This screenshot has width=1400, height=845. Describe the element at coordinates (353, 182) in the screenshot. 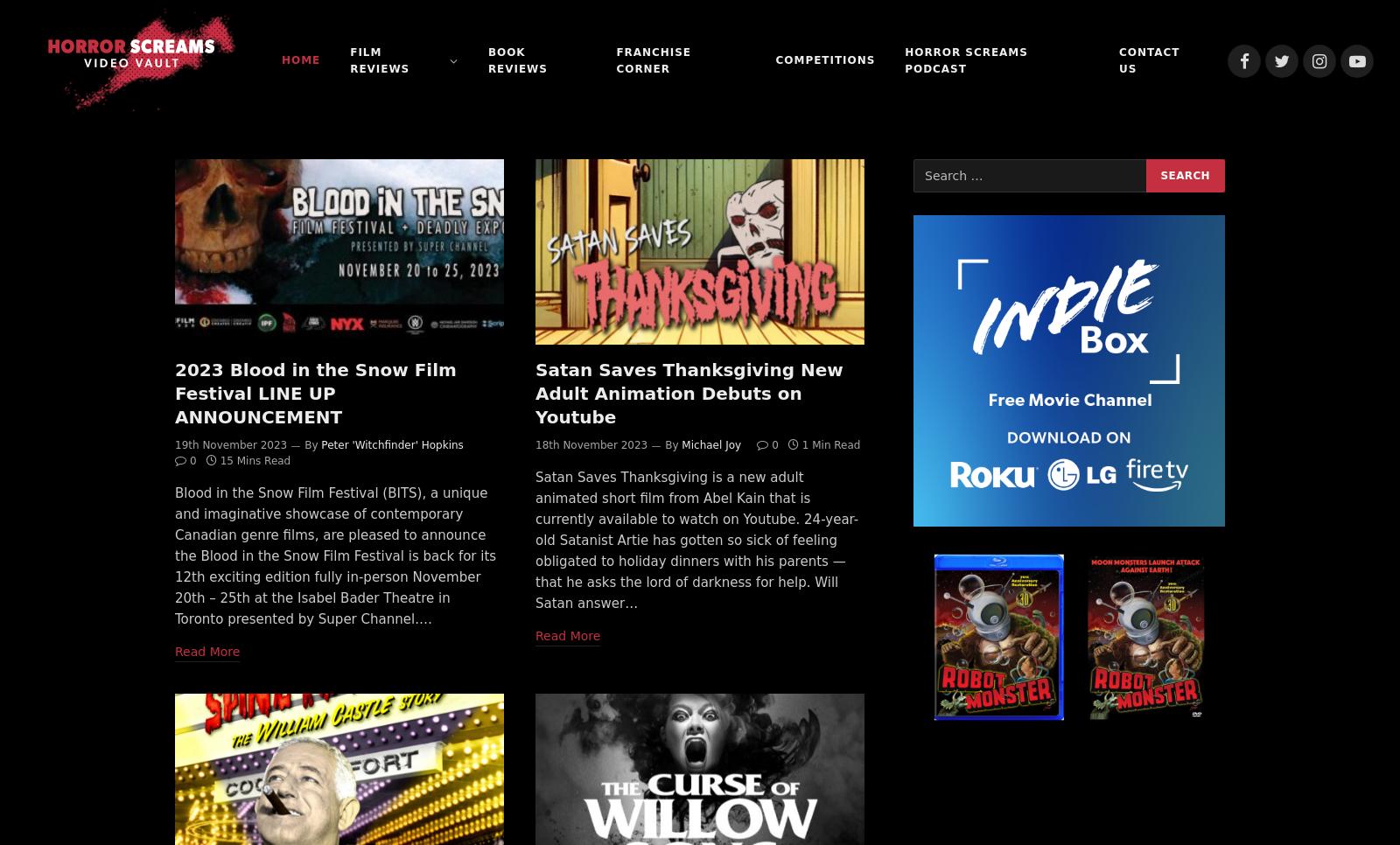

I see `'A – C'` at that location.